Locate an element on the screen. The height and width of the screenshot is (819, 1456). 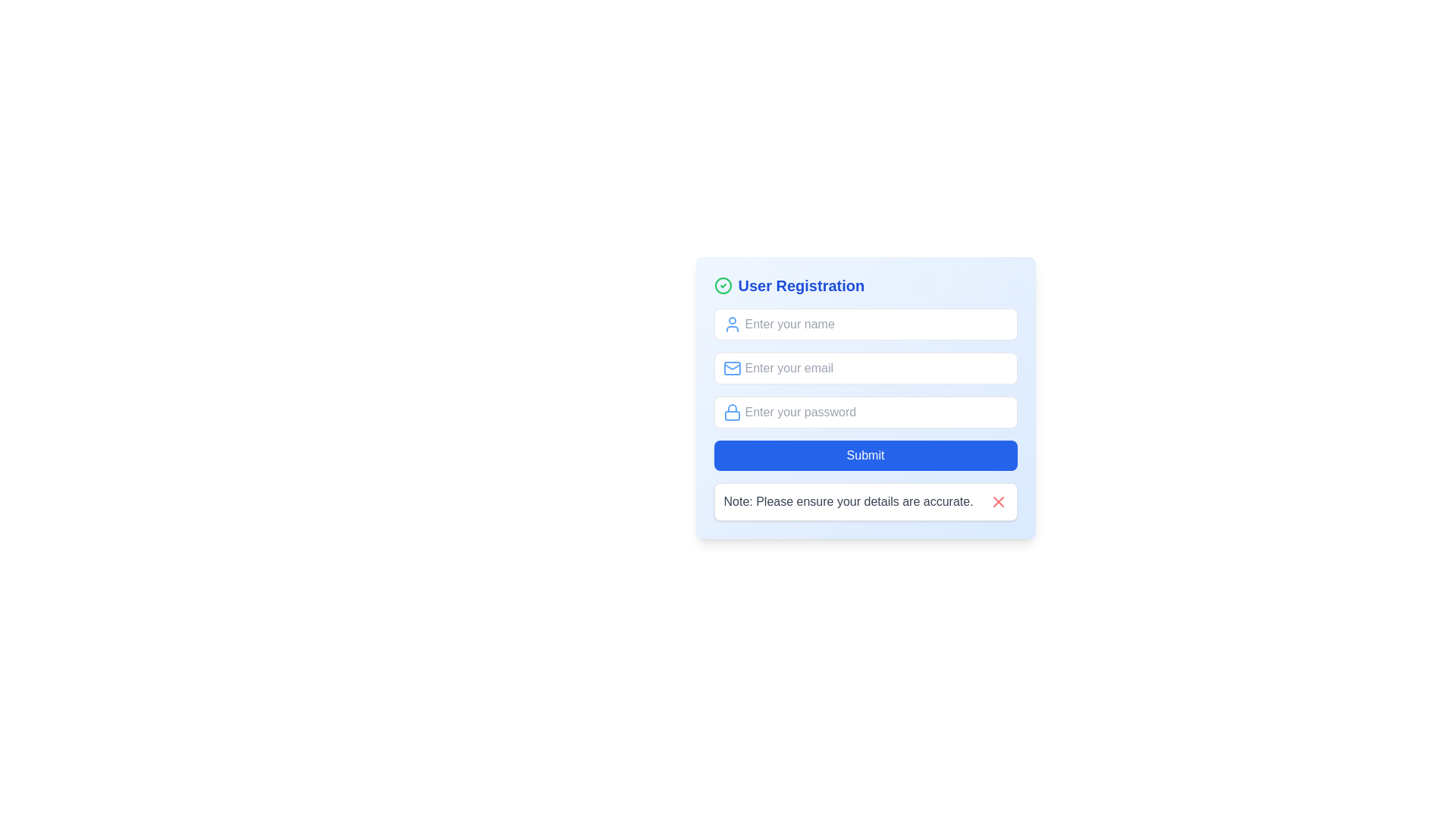
the static text element that provides cautionary instructions, located below the 'Submit' button on the user registration form is located at coordinates (847, 502).